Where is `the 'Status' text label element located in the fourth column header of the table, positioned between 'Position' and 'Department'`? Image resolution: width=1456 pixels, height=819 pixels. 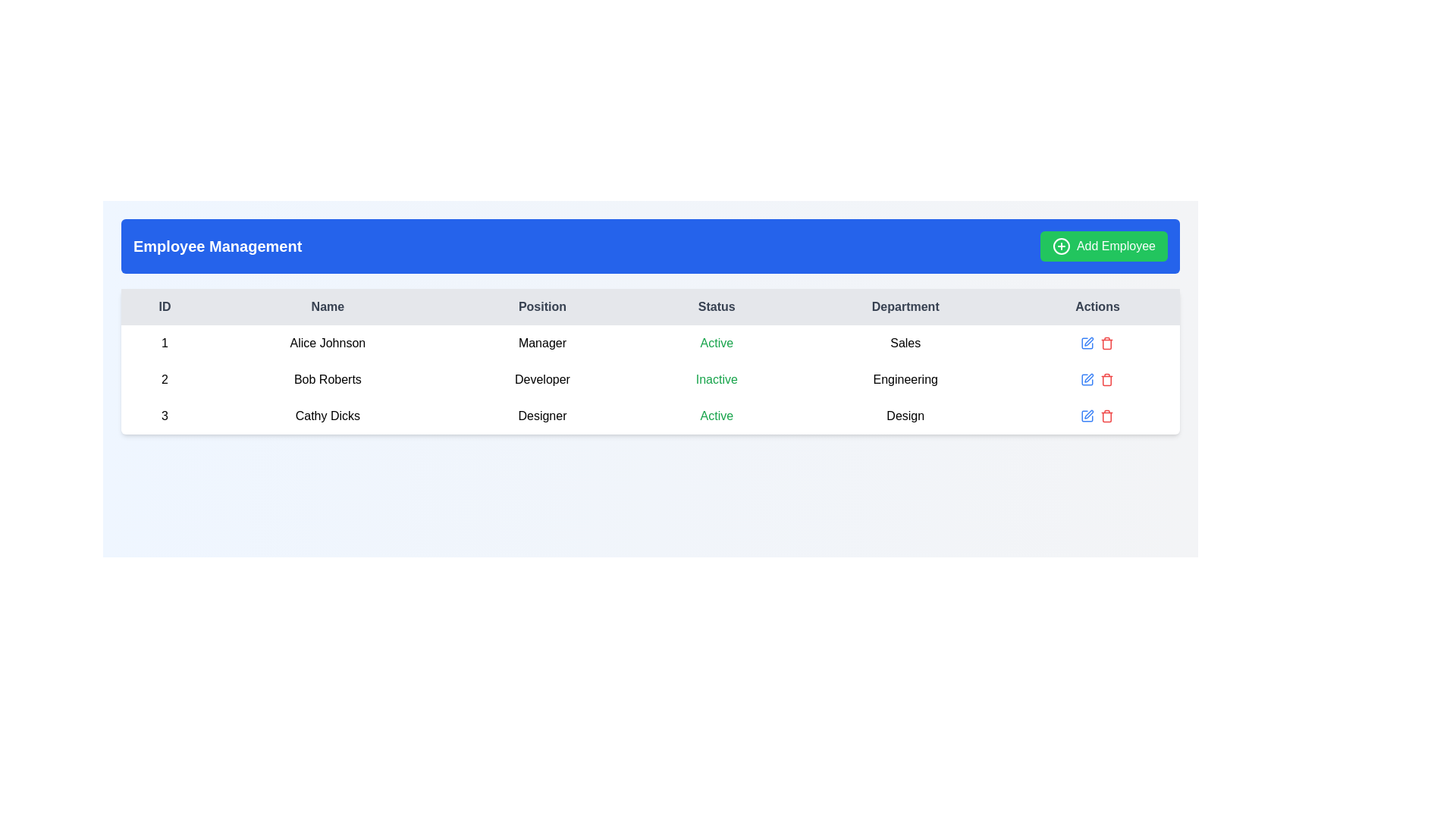 the 'Status' text label element located in the fourth column header of the table, positioned between 'Position' and 'Department' is located at coordinates (716, 307).